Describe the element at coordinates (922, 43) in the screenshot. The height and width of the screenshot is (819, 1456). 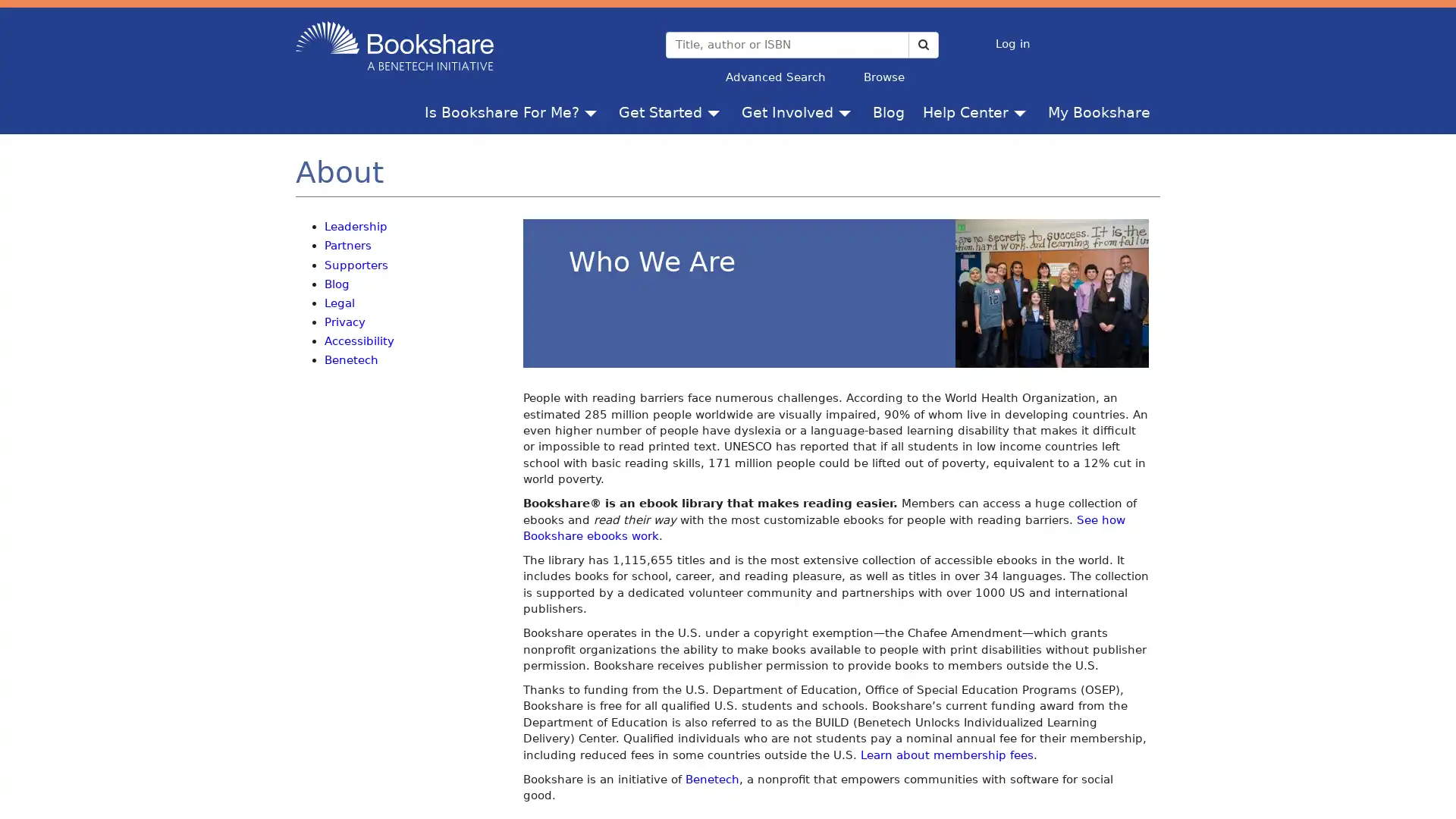
I see `Search` at that location.